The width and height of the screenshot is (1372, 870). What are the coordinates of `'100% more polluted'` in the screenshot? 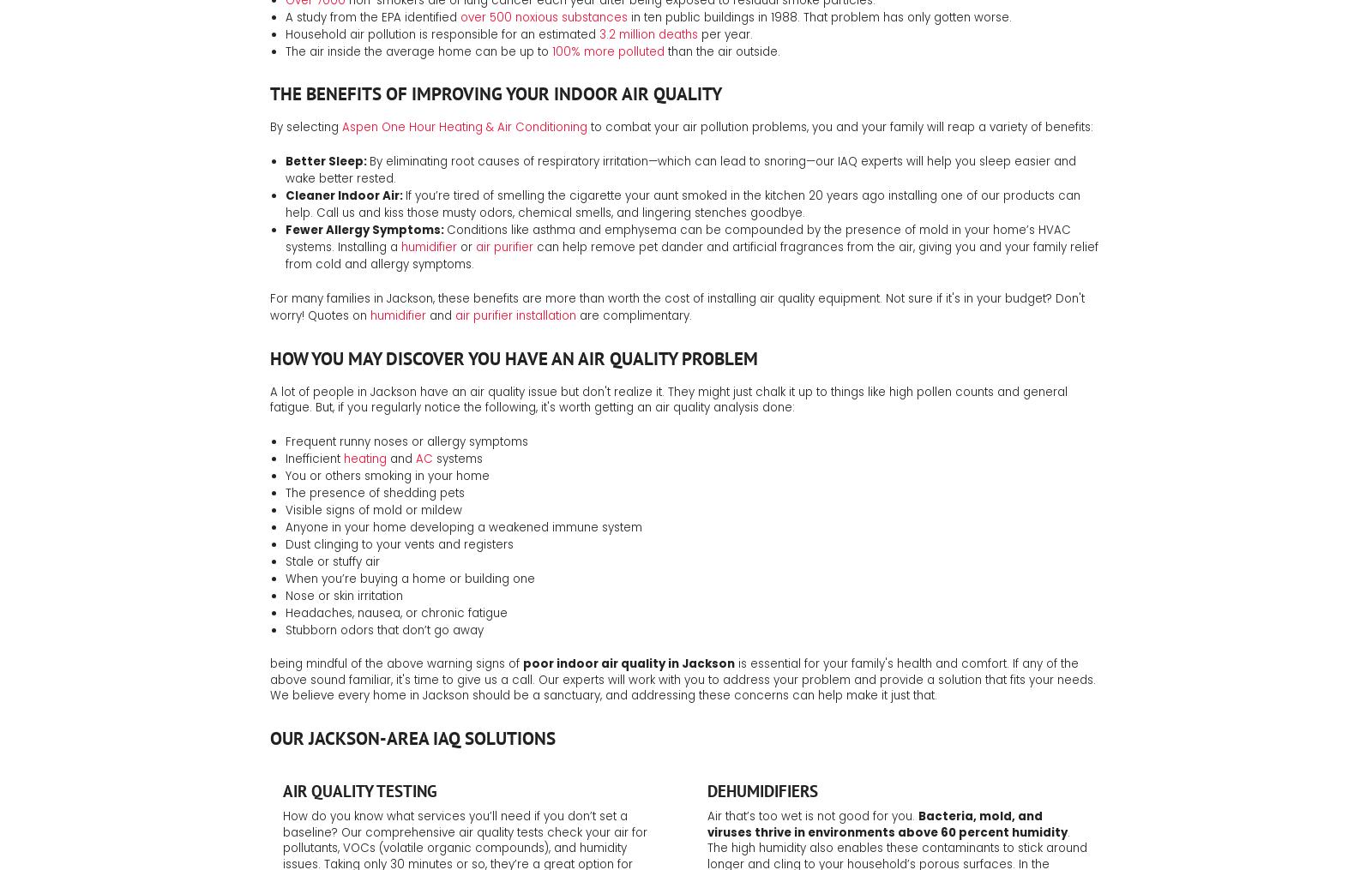 It's located at (551, 50).